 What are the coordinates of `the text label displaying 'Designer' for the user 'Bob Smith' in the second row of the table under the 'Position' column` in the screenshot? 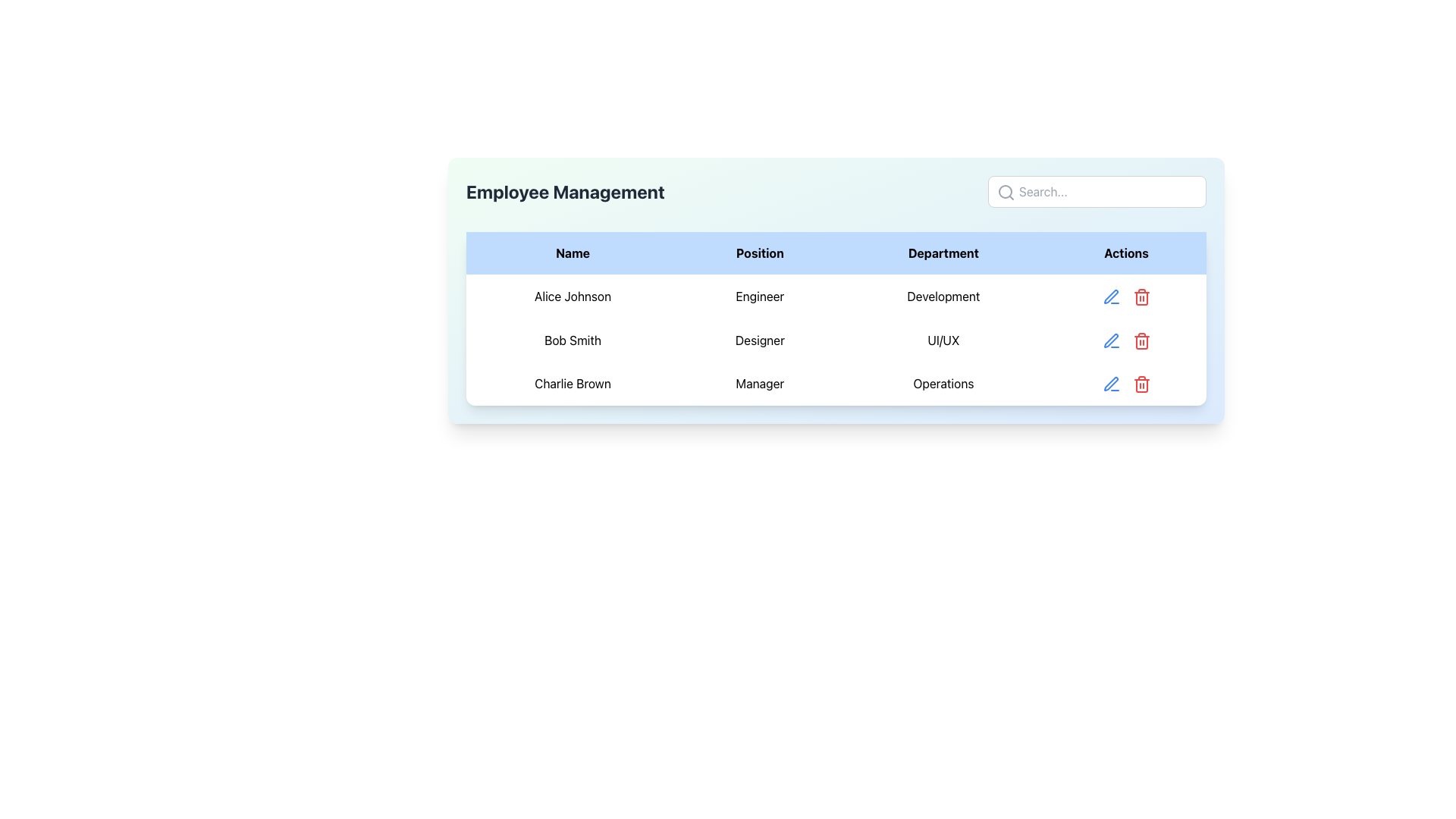 It's located at (760, 339).